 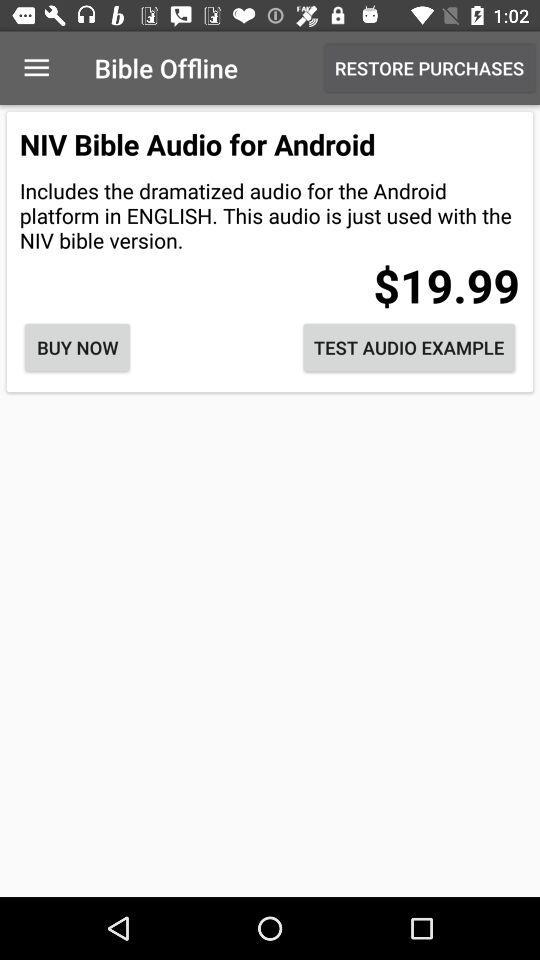 I want to click on item next to the bible offline, so click(x=36, y=68).